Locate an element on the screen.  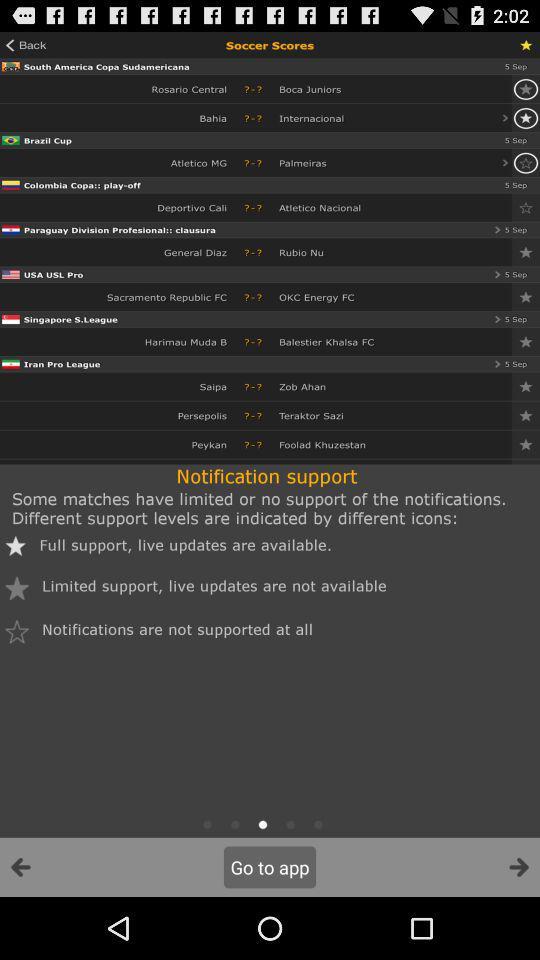
the arrow_backward icon is located at coordinates (20, 928).